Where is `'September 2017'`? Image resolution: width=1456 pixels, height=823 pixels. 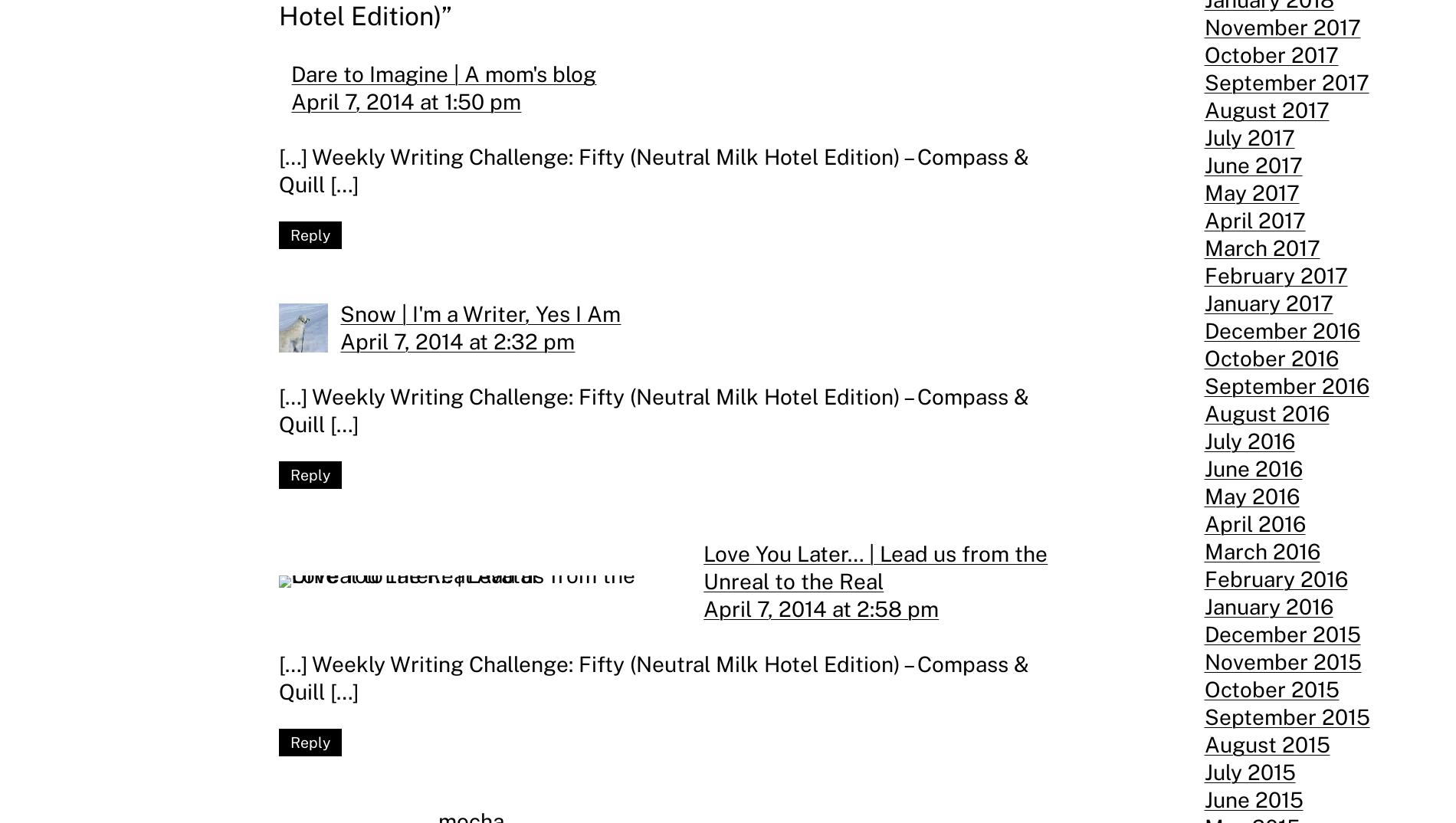 'September 2017' is located at coordinates (1285, 82).